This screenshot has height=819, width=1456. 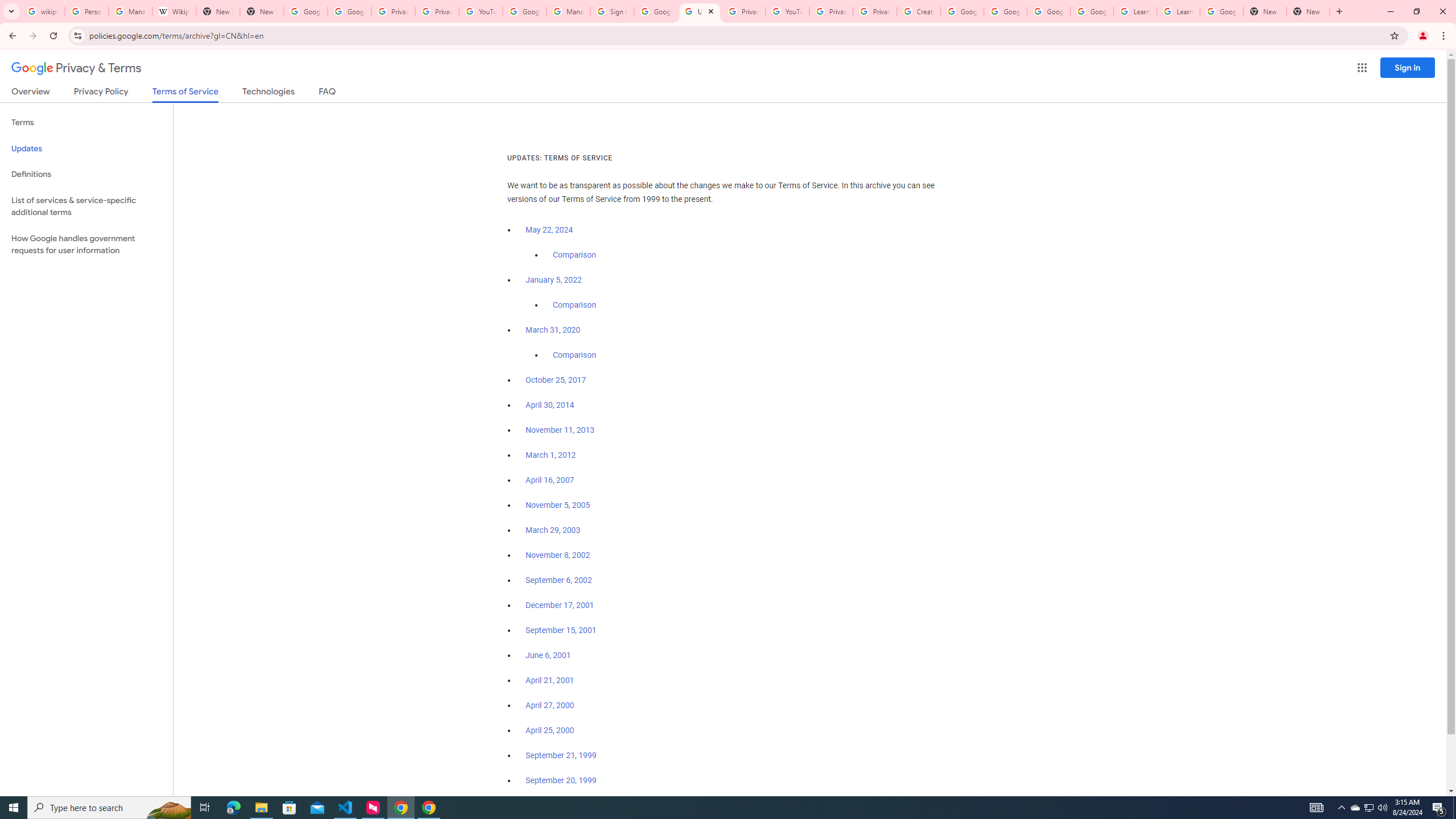 What do you see at coordinates (552, 530) in the screenshot?
I see `'March 29, 2003'` at bounding box center [552, 530].